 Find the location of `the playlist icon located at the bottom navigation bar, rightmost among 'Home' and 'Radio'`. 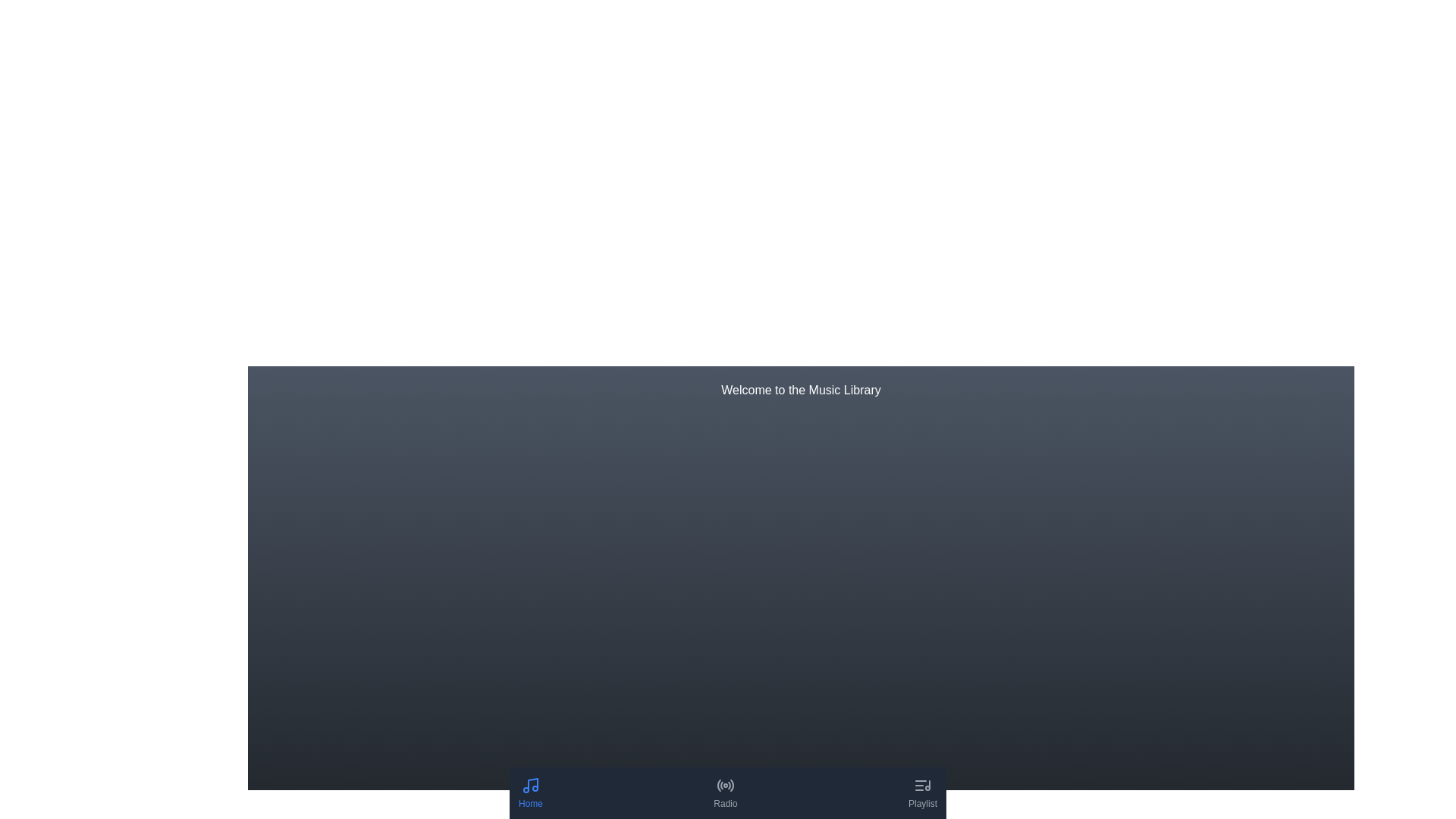

the playlist icon located at the bottom navigation bar, rightmost among 'Home' and 'Radio' is located at coordinates (921, 785).